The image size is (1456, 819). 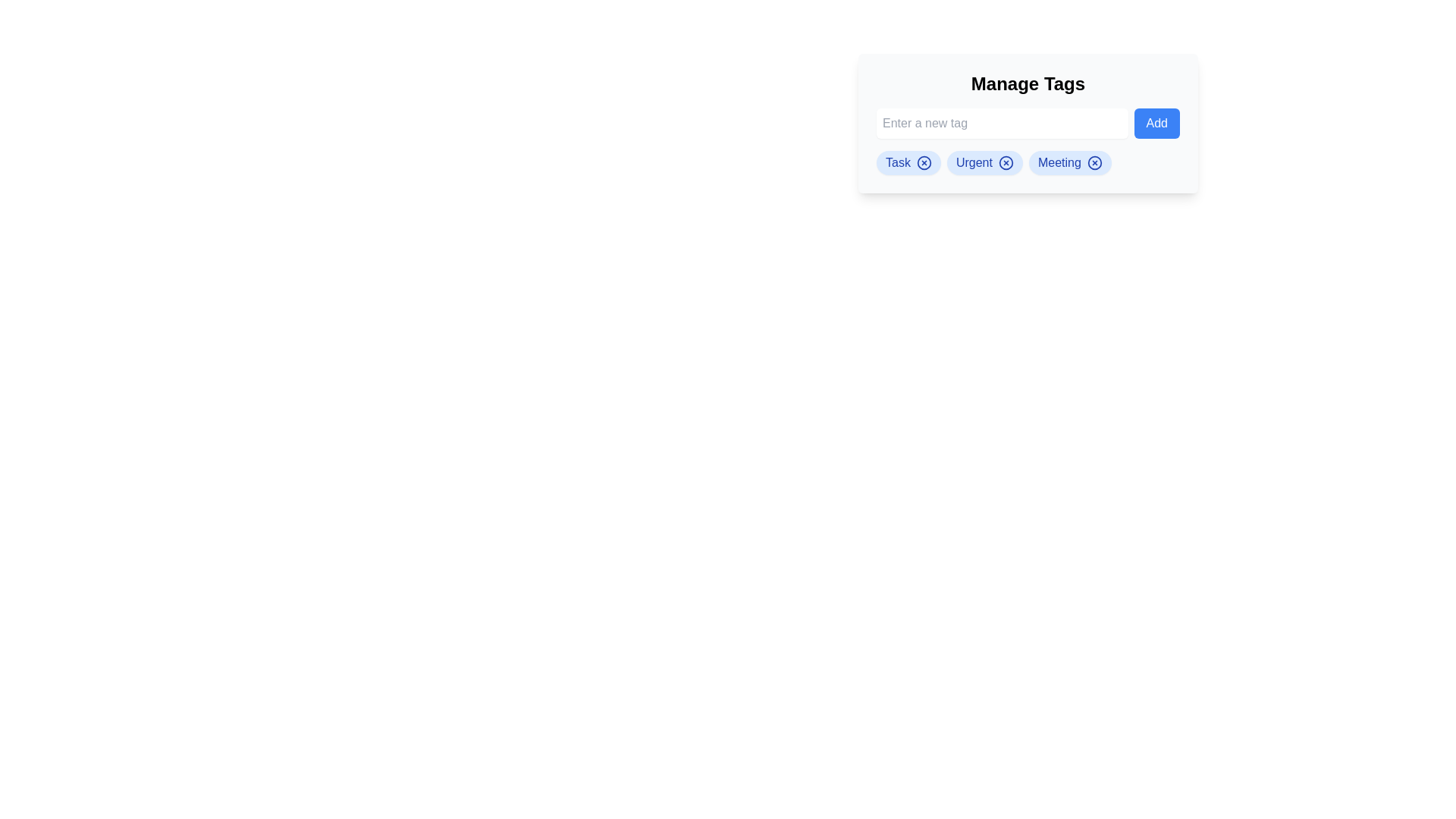 What do you see at coordinates (1059, 163) in the screenshot?
I see `the third tag in the series of category tags located below the input field` at bounding box center [1059, 163].